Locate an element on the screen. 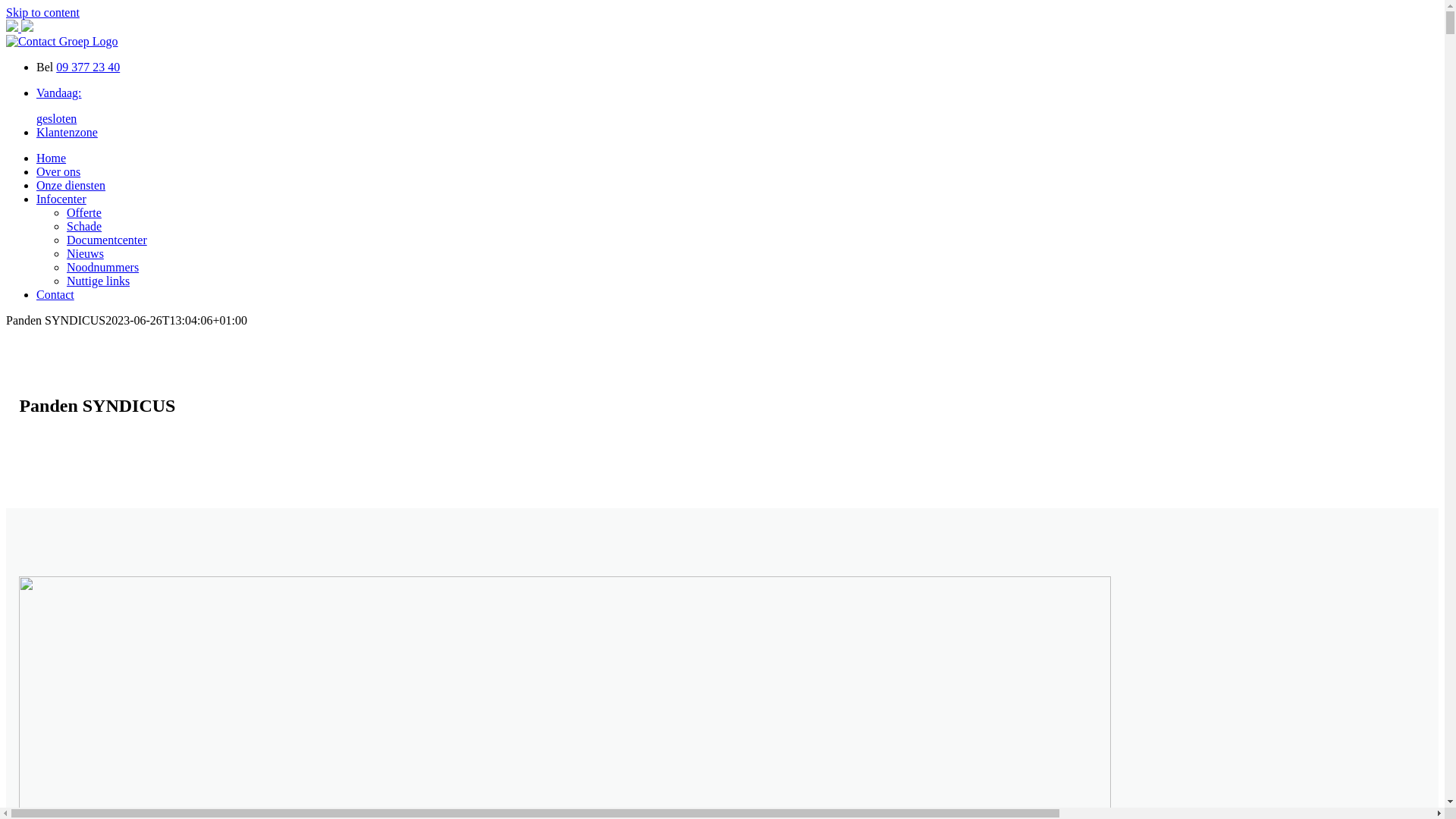  'Over ons' is located at coordinates (36, 171).